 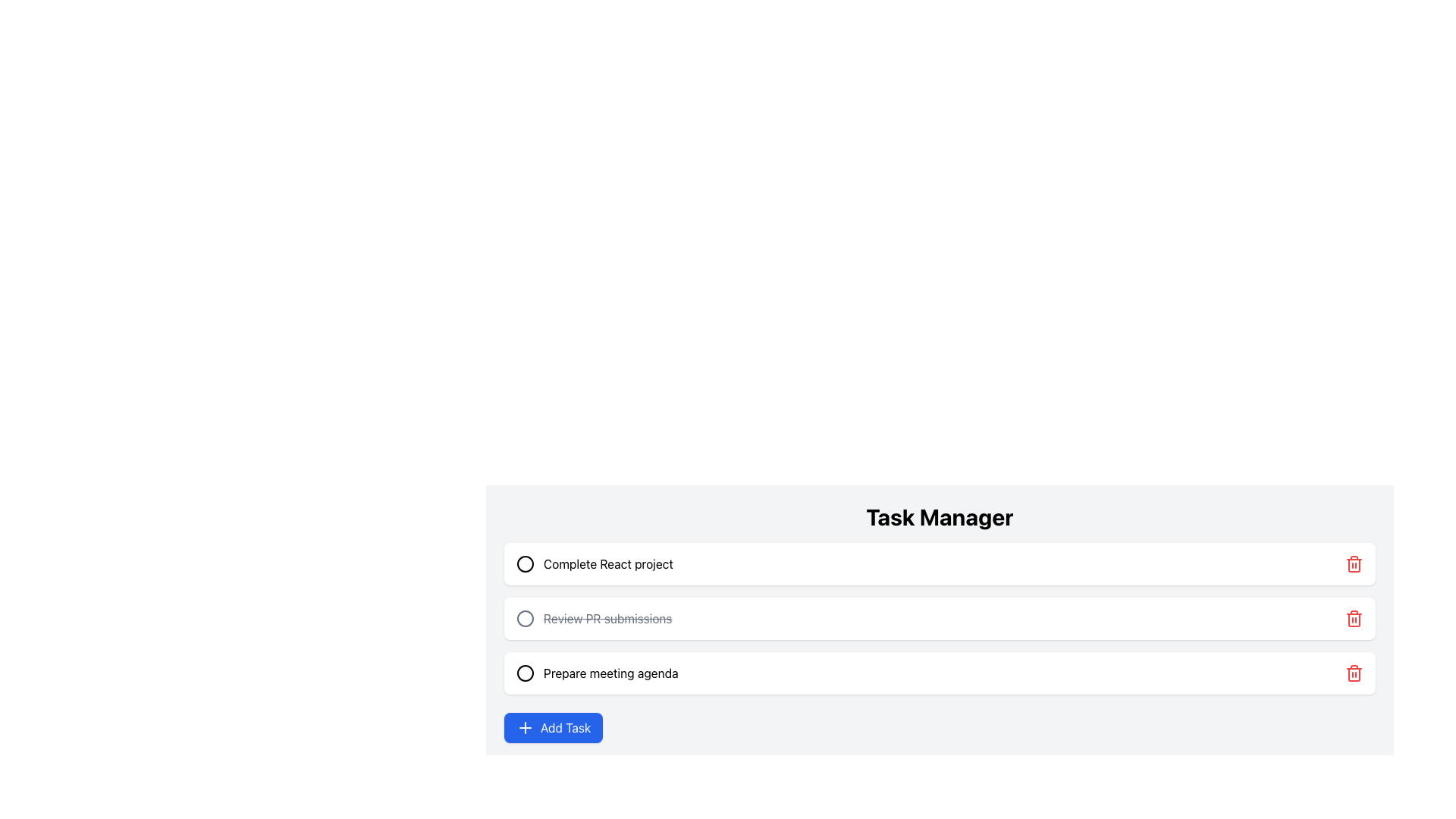 What do you see at coordinates (525, 672) in the screenshot?
I see `the Circle icon that serves as a completion marker for the task 'Prepare meeting agenda'` at bounding box center [525, 672].